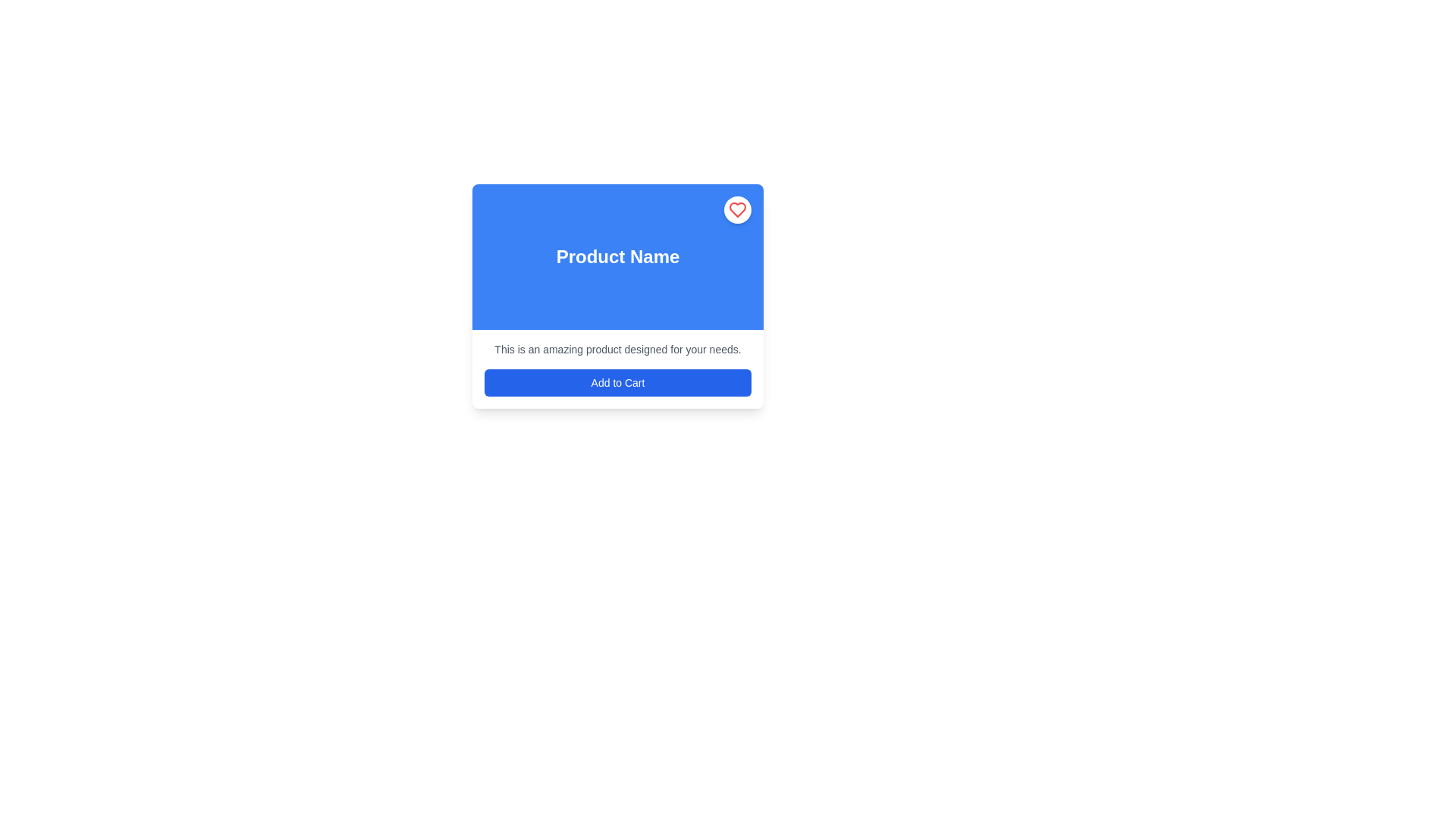 Image resolution: width=1456 pixels, height=819 pixels. What do you see at coordinates (618, 382) in the screenshot?
I see `the second button in the middle section of the interface` at bounding box center [618, 382].